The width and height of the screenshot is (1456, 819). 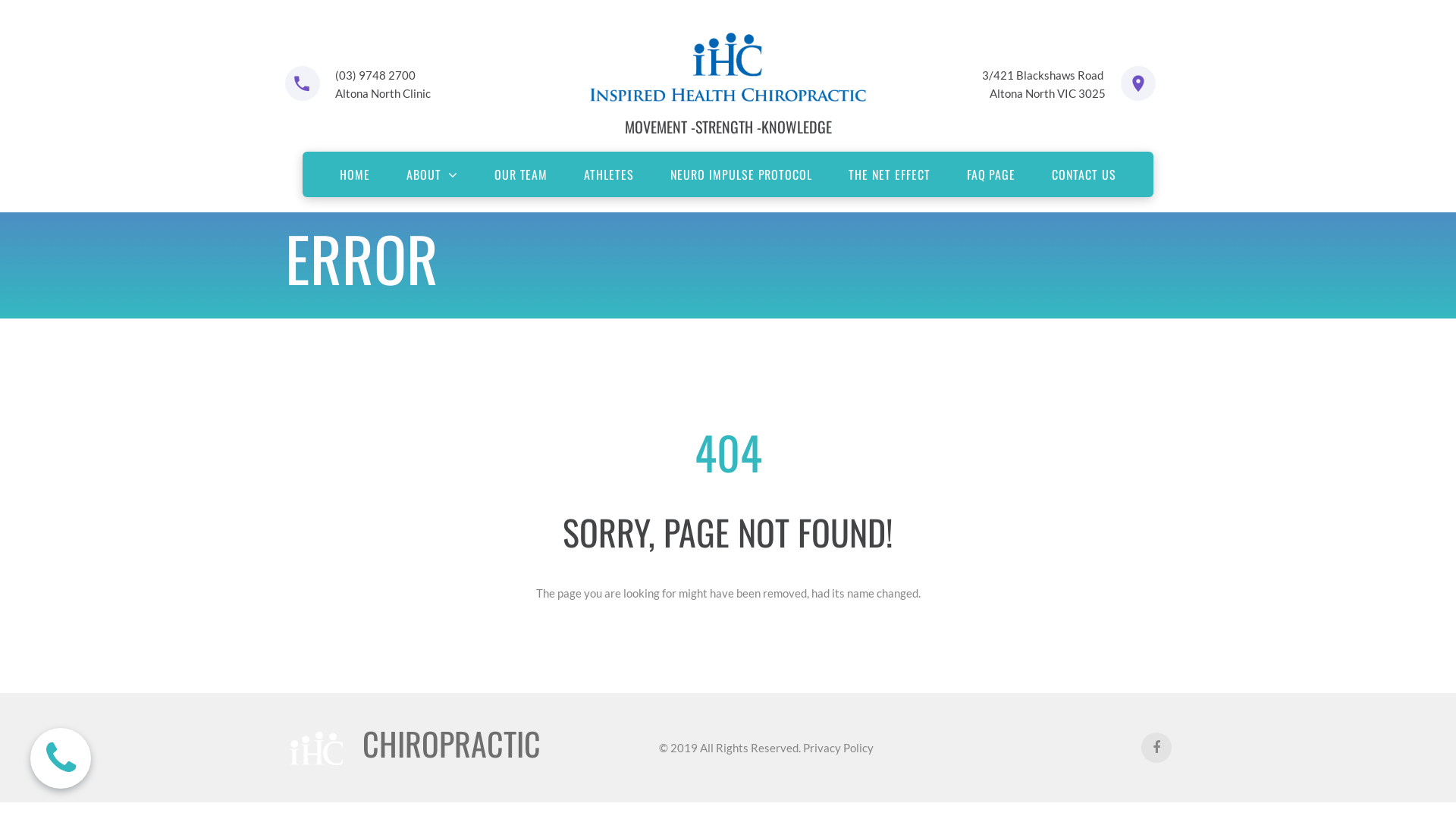 I want to click on 'FAQ PAGE', so click(x=991, y=174).